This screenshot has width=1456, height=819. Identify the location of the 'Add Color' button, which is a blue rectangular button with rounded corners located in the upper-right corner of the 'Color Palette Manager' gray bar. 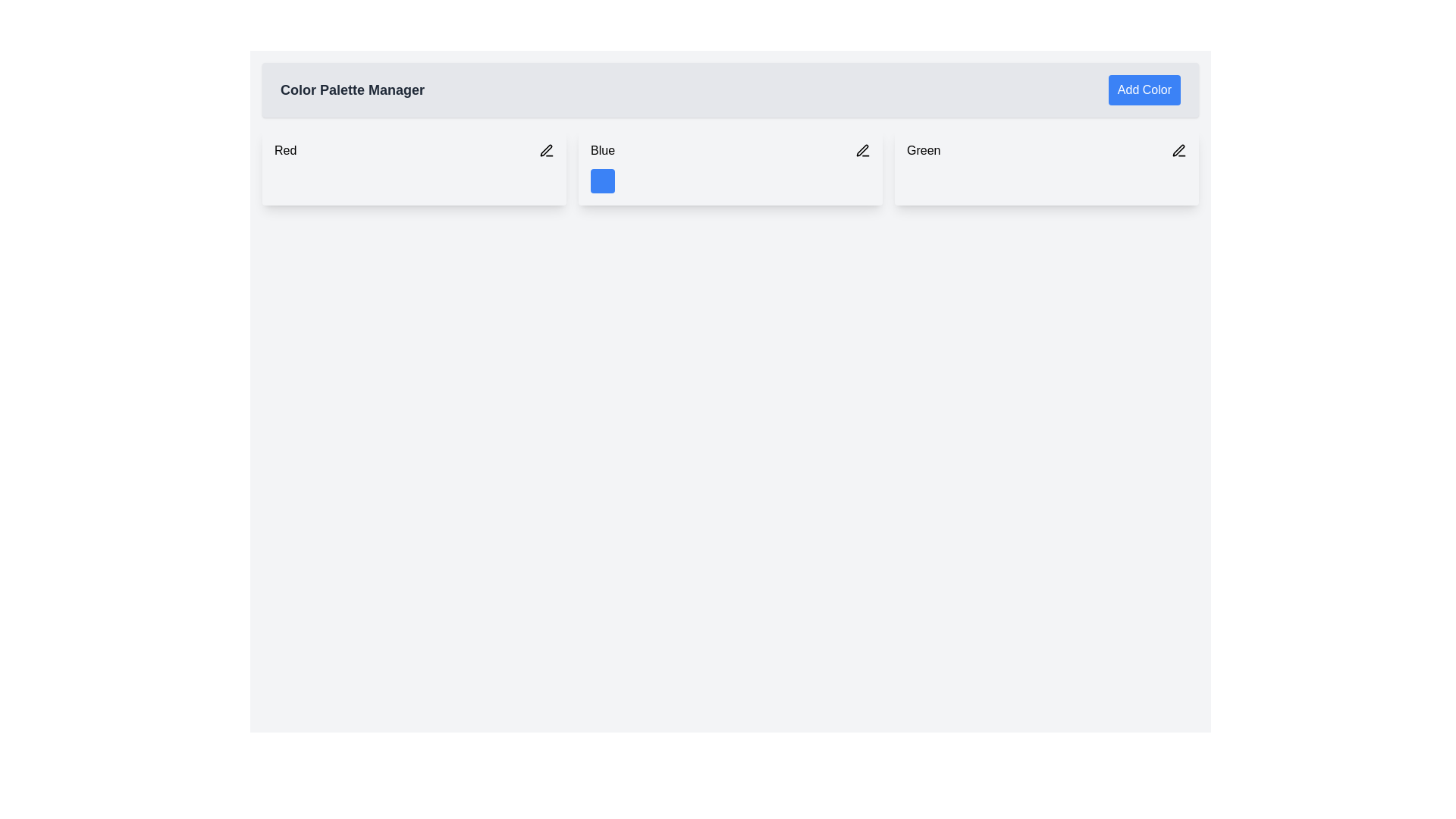
(1144, 90).